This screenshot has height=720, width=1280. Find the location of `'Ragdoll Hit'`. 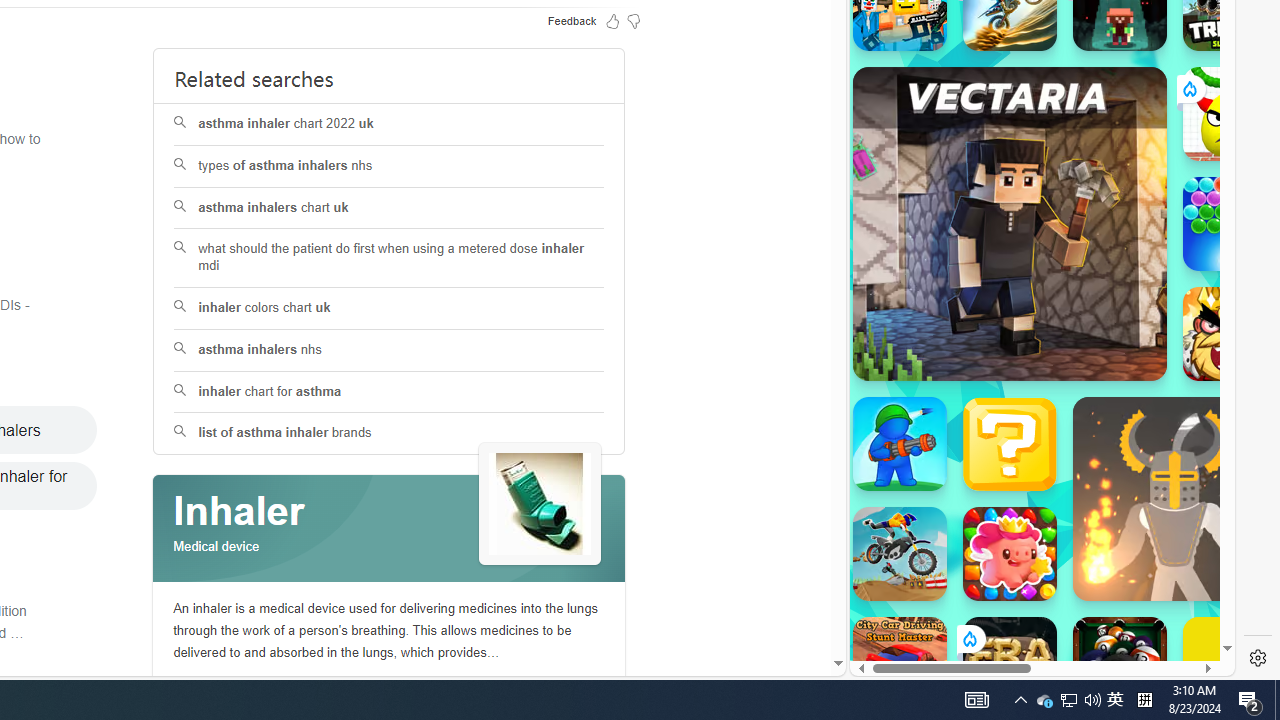

'Ragdoll Hit' is located at coordinates (1175, 497).